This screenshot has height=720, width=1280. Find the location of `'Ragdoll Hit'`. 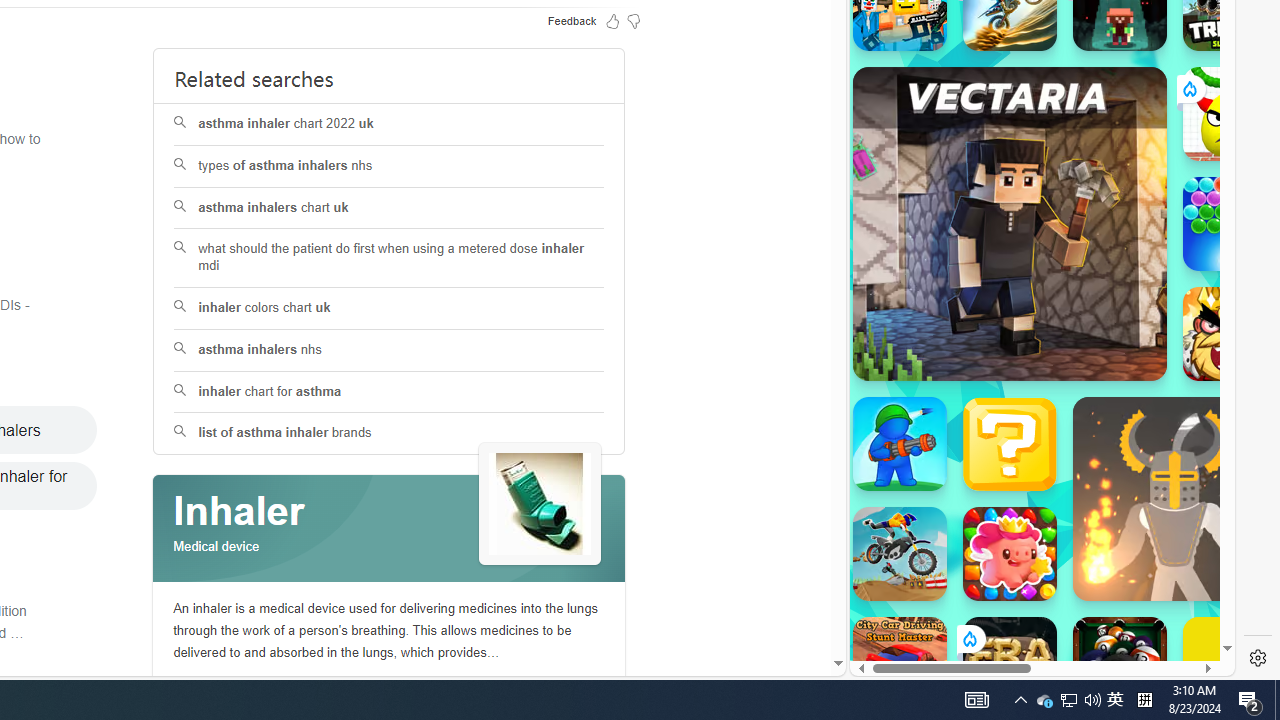

'Ragdoll Hit' is located at coordinates (1175, 497).